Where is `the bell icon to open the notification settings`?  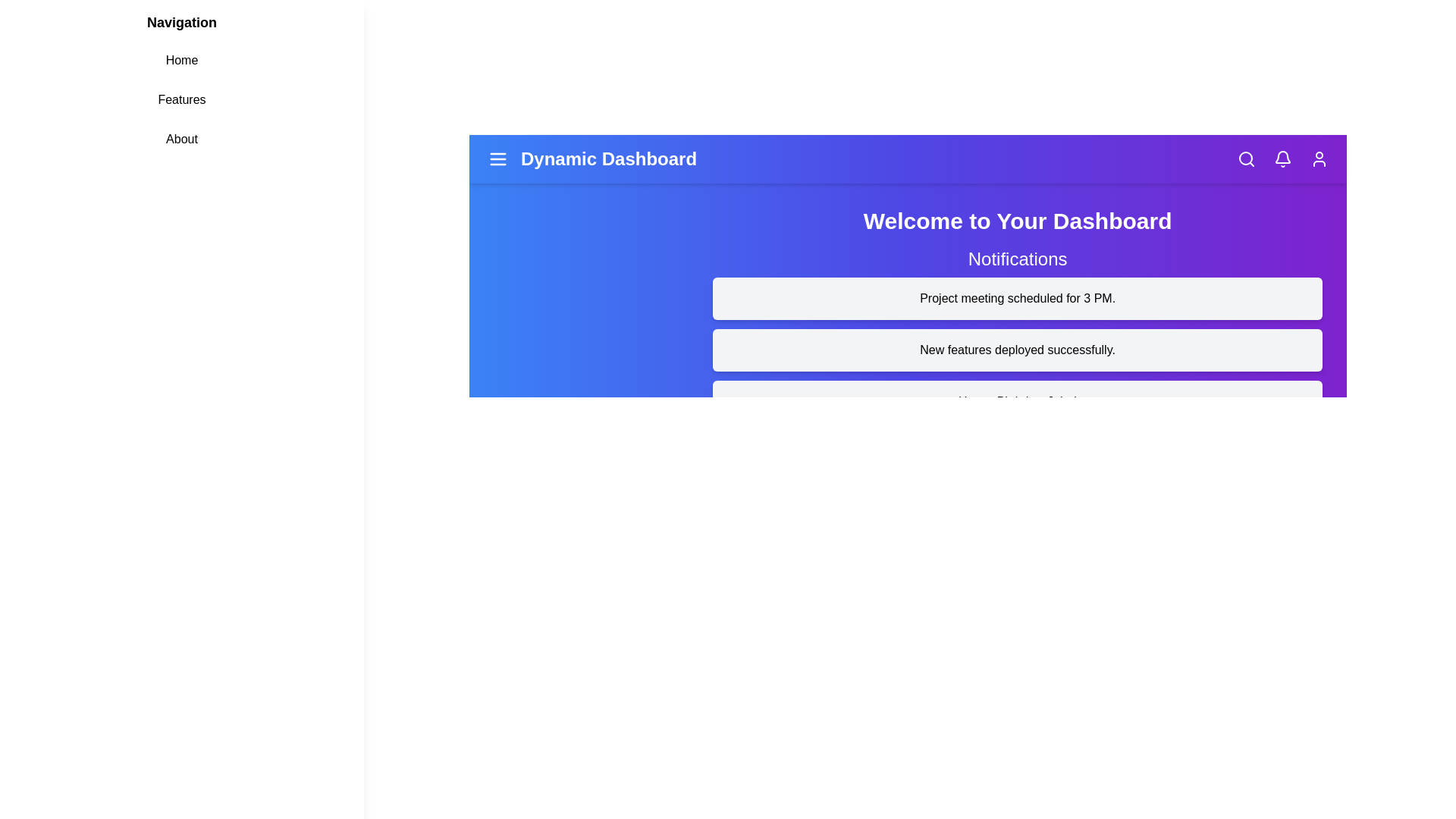 the bell icon to open the notification settings is located at coordinates (1282, 158).